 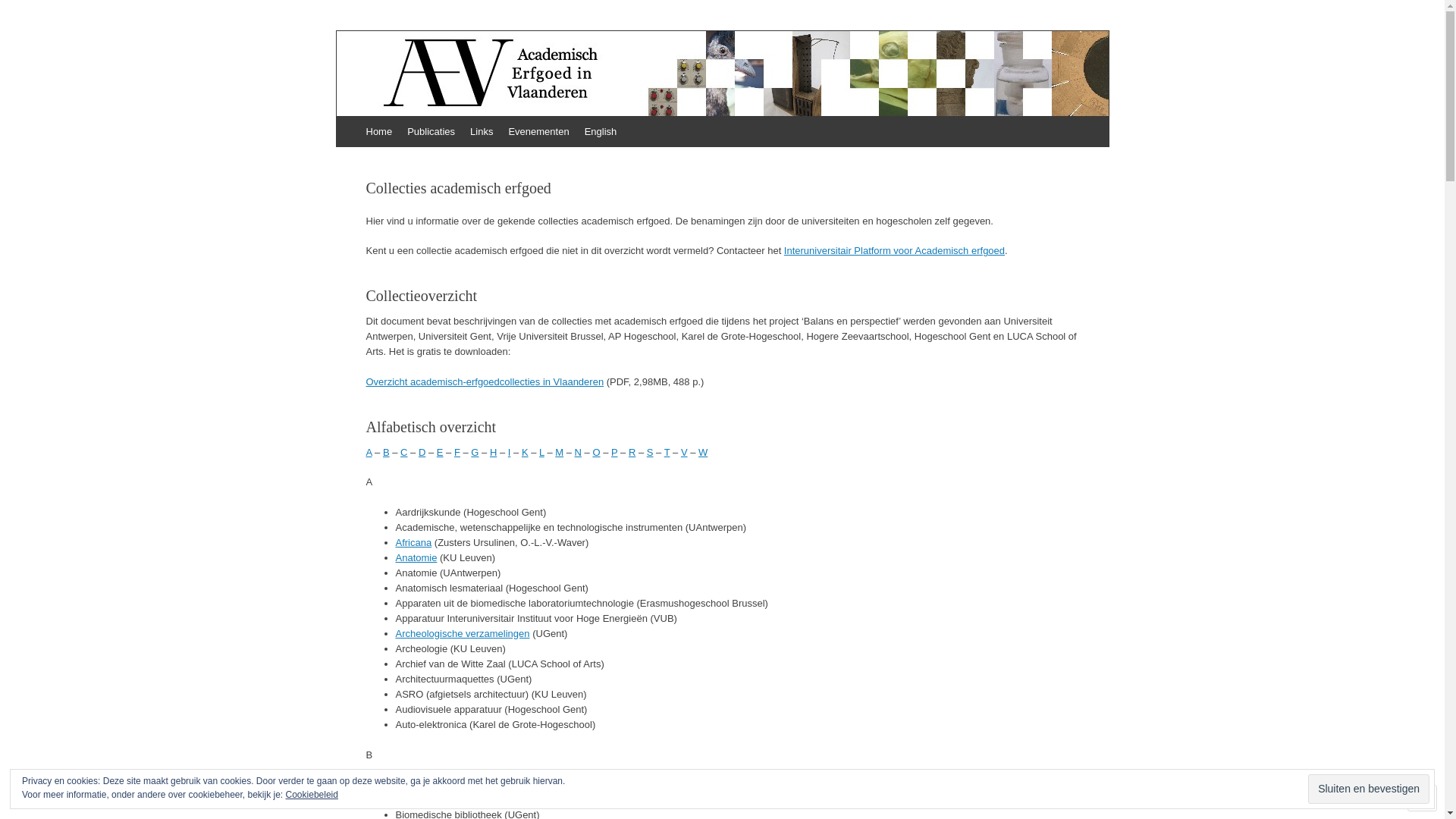 I want to click on 'H', so click(x=490, y=450).